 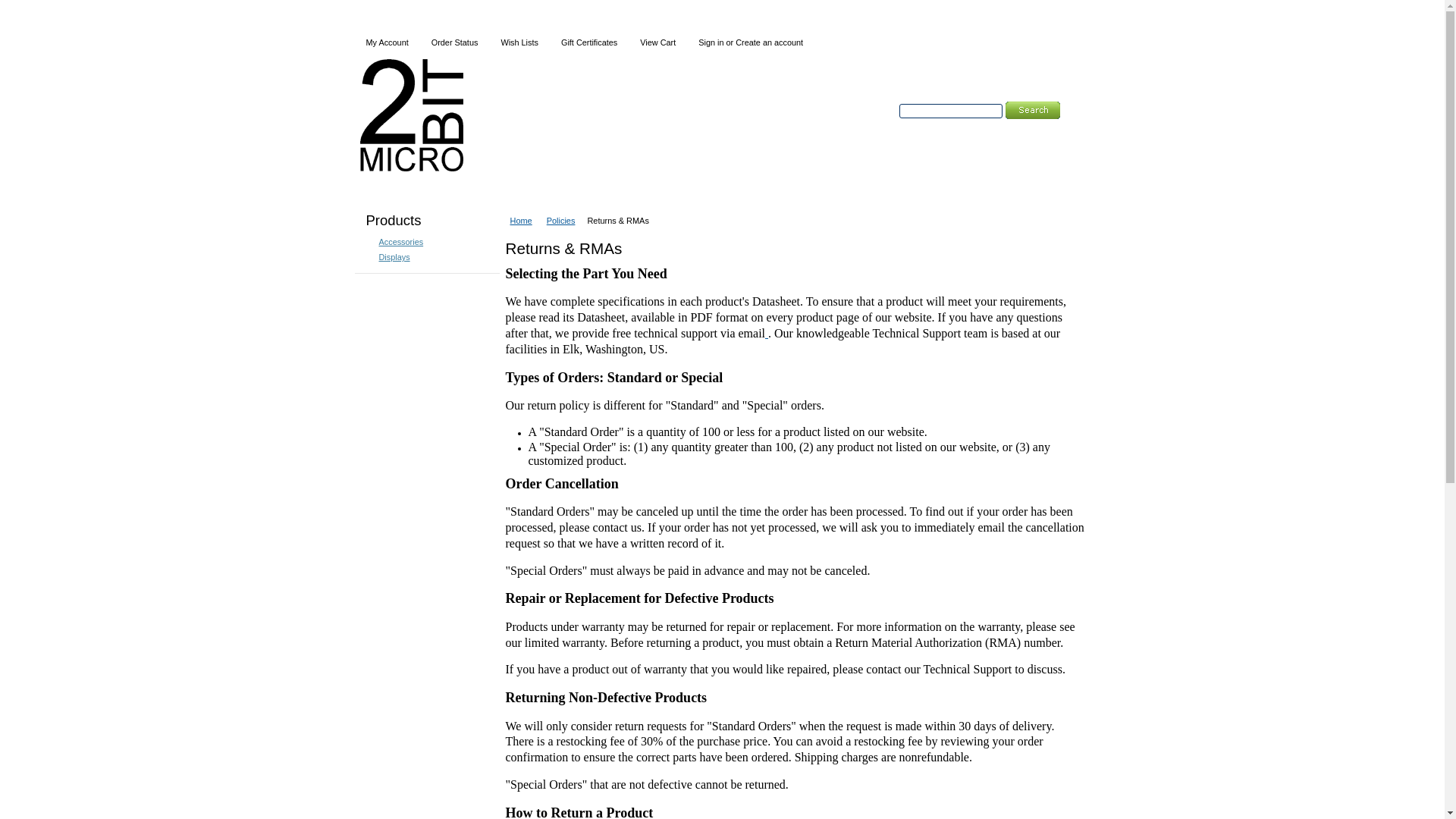 I want to click on 'Policies', so click(x=563, y=220).